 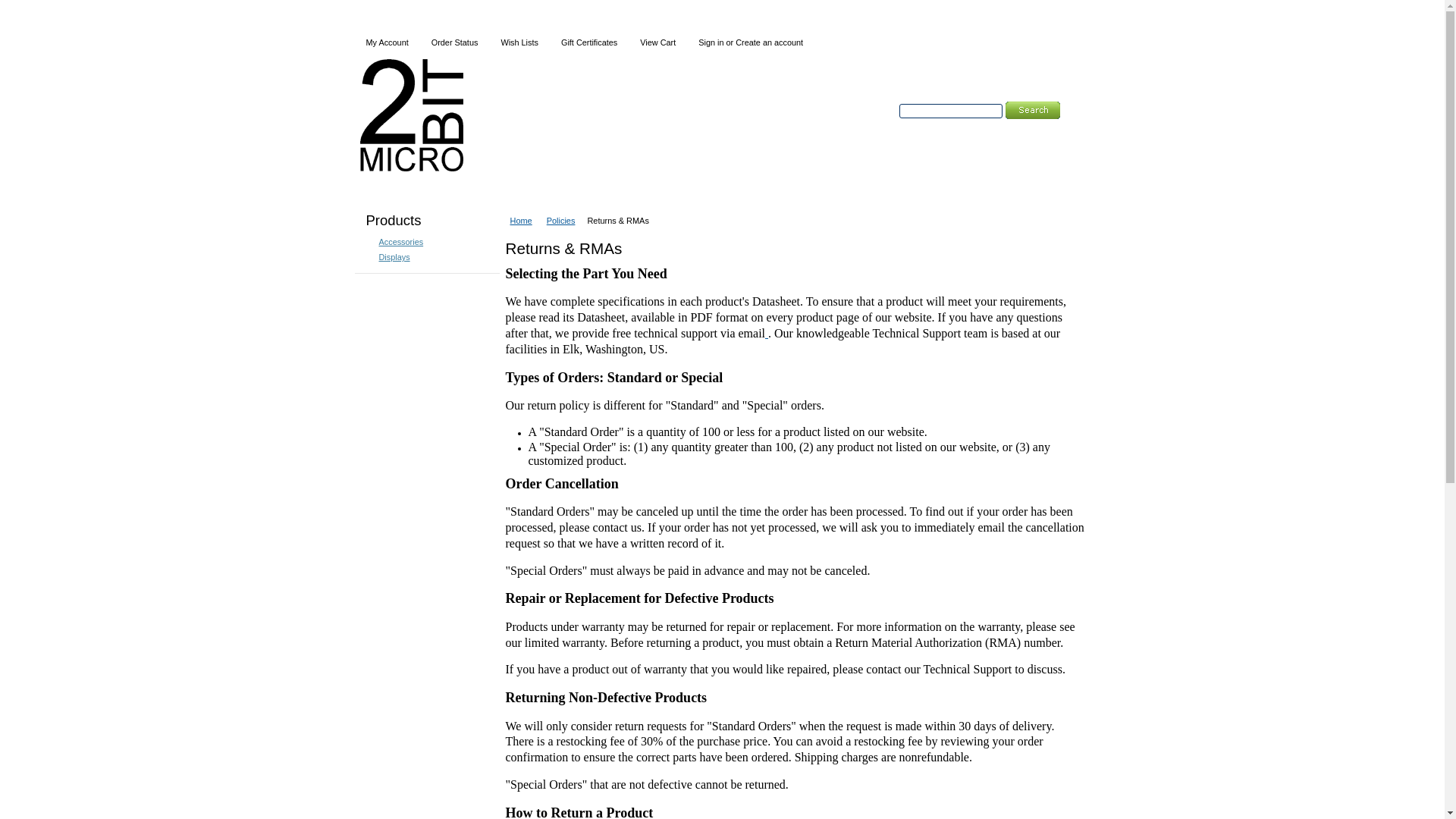 I want to click on 'Policies', so click(x=563, y=220).